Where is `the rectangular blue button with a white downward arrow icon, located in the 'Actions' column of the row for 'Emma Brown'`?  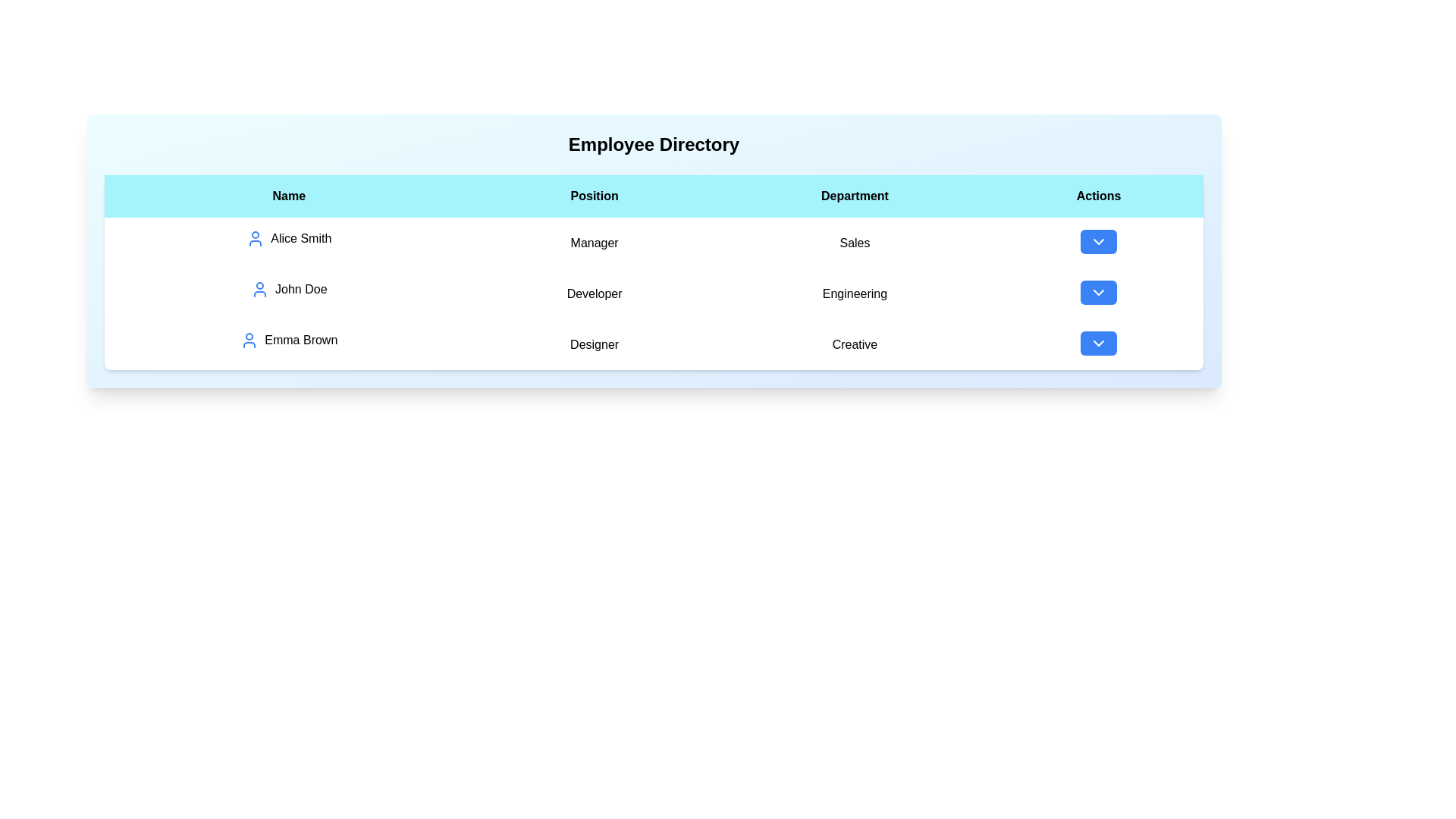
the rectangular blue button with a white downward arrow icon, located in the 'Actions' column of the row for 'Emma Brown' is located at coordinates (1099, 344).